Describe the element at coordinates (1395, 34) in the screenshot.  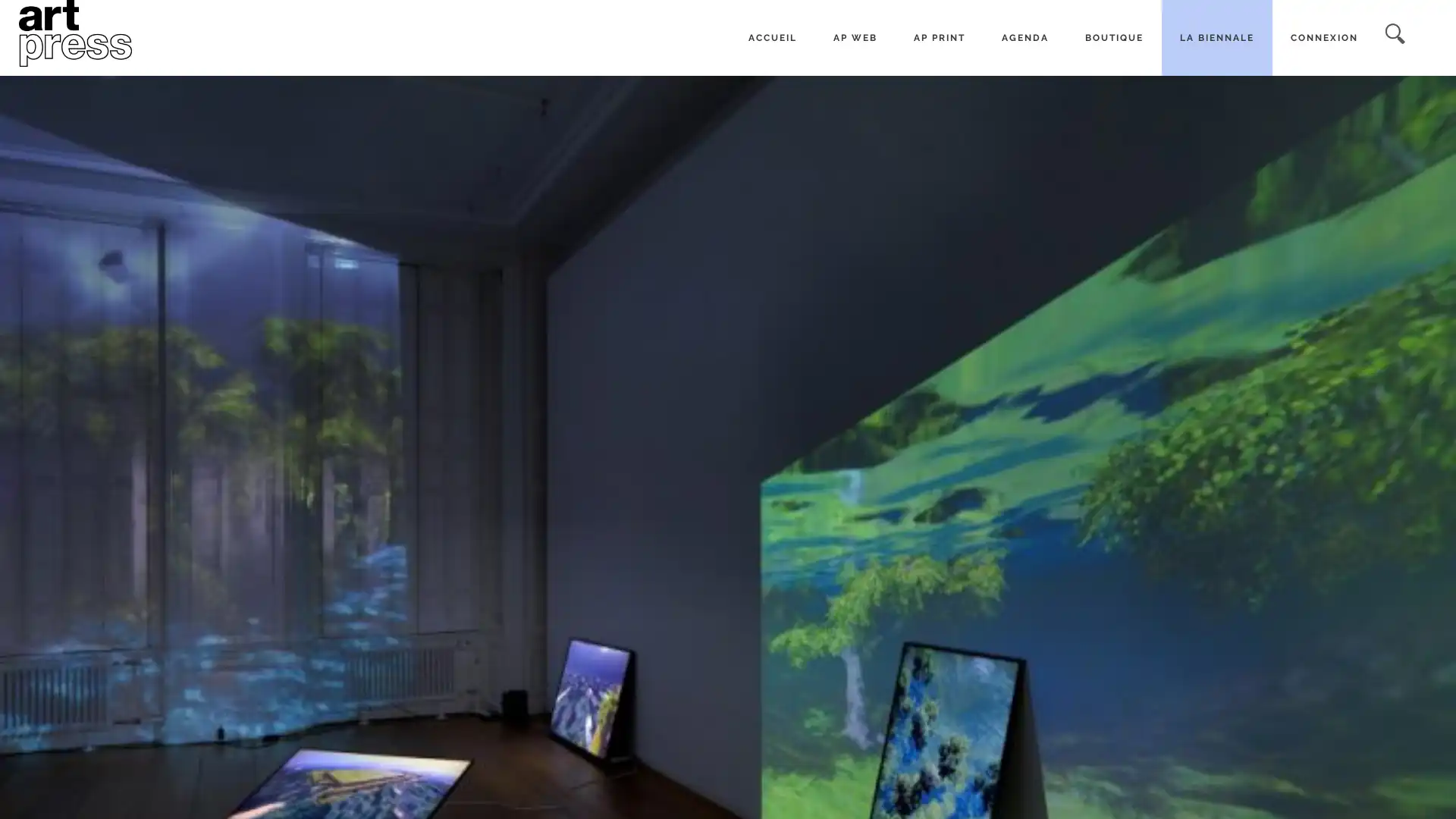
I see `Rechercher` at that location.